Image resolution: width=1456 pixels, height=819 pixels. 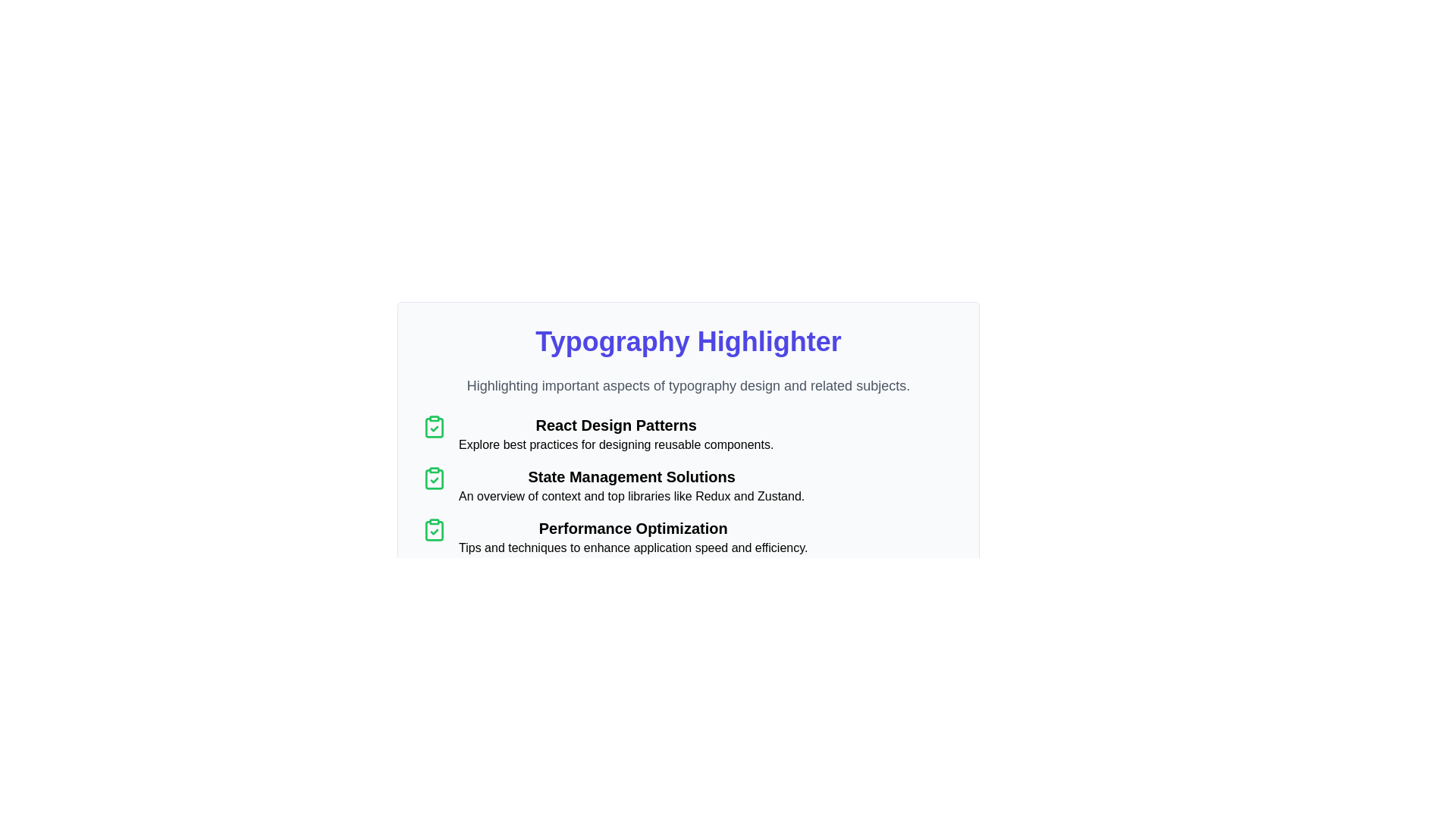 I want to click on the title 'React Design Patterns' in the text block, so click(x=616, y=435).